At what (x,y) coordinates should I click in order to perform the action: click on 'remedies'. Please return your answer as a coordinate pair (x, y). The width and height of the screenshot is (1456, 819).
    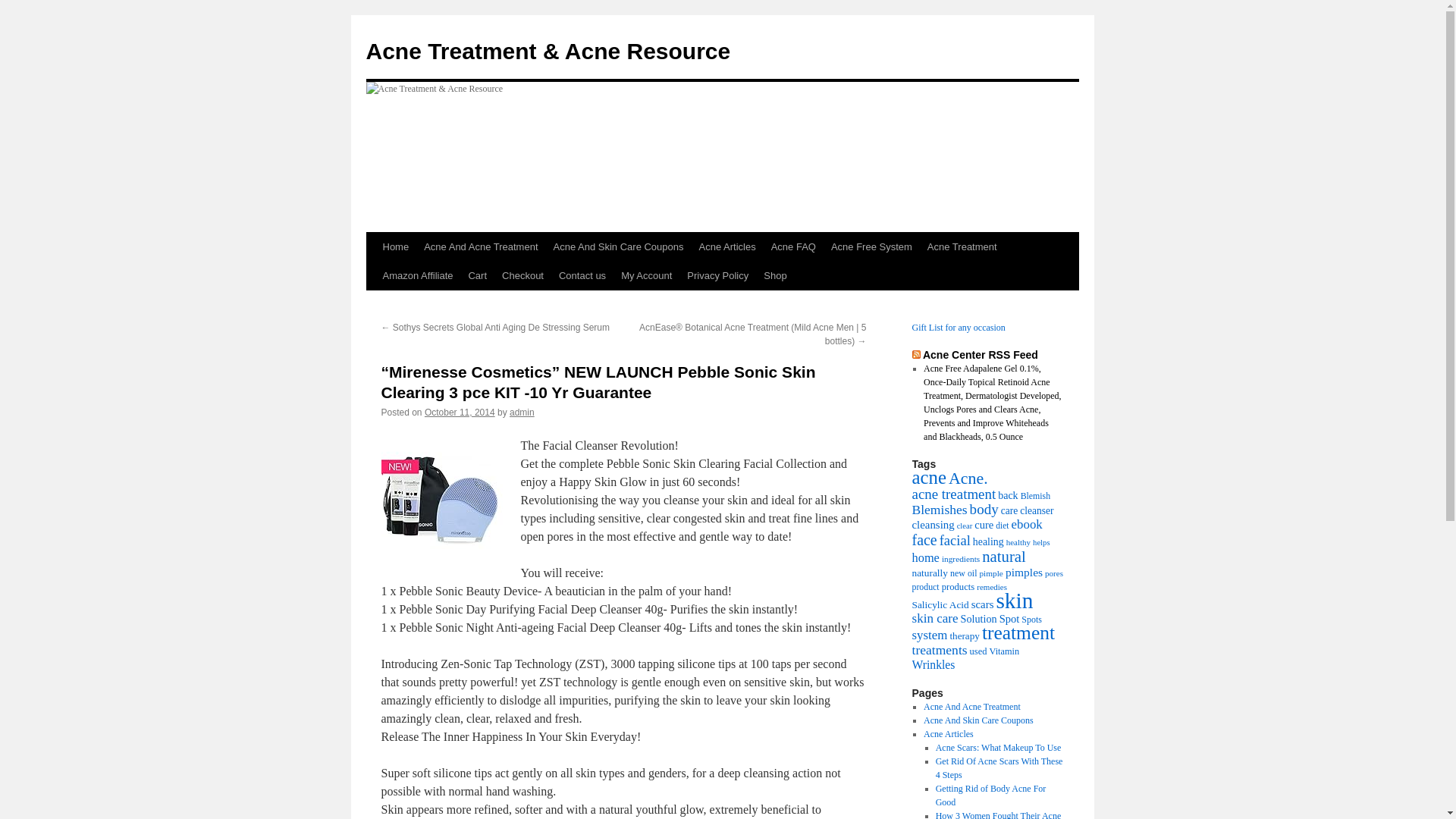
    Looking at the image, I should click on (991, 586).